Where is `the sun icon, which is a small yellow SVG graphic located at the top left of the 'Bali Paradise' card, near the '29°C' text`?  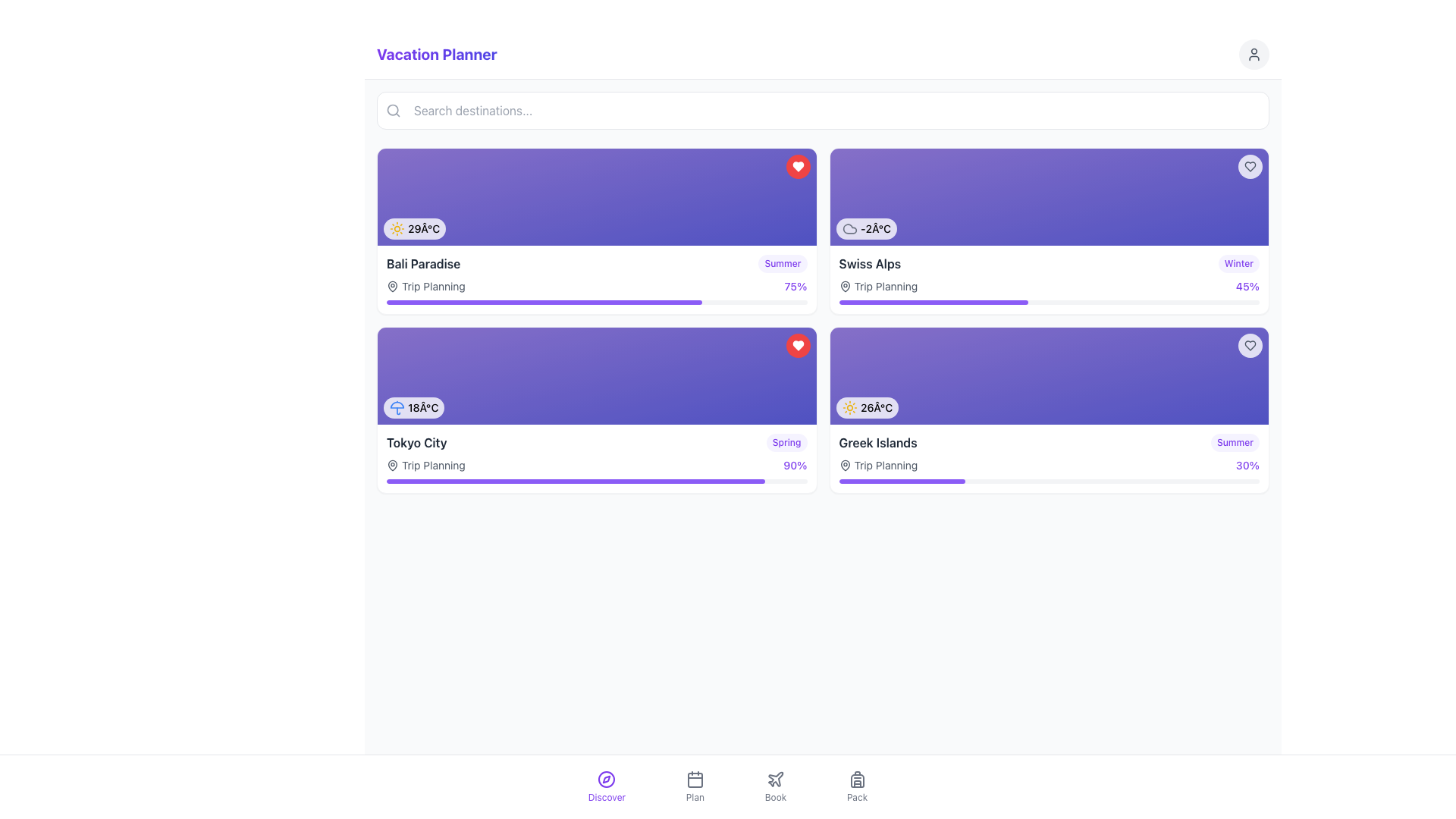 the sun icon, which is a small yellow SVG graphic located at the top left of the 'Bali Paradise' card, near the '29°C' text is located at coordinates (397, 228).